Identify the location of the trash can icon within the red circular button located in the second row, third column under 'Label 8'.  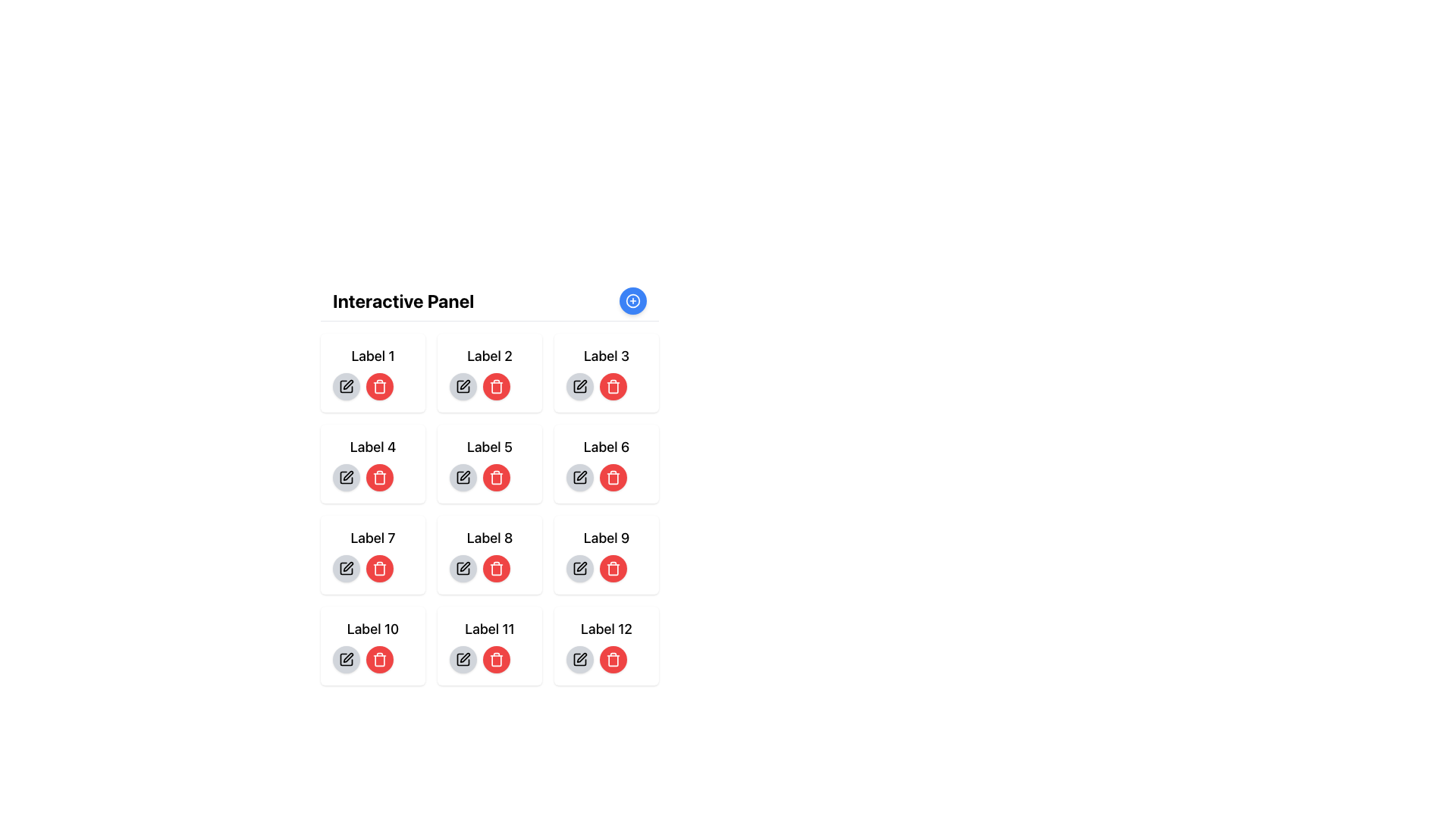
(613, 476).